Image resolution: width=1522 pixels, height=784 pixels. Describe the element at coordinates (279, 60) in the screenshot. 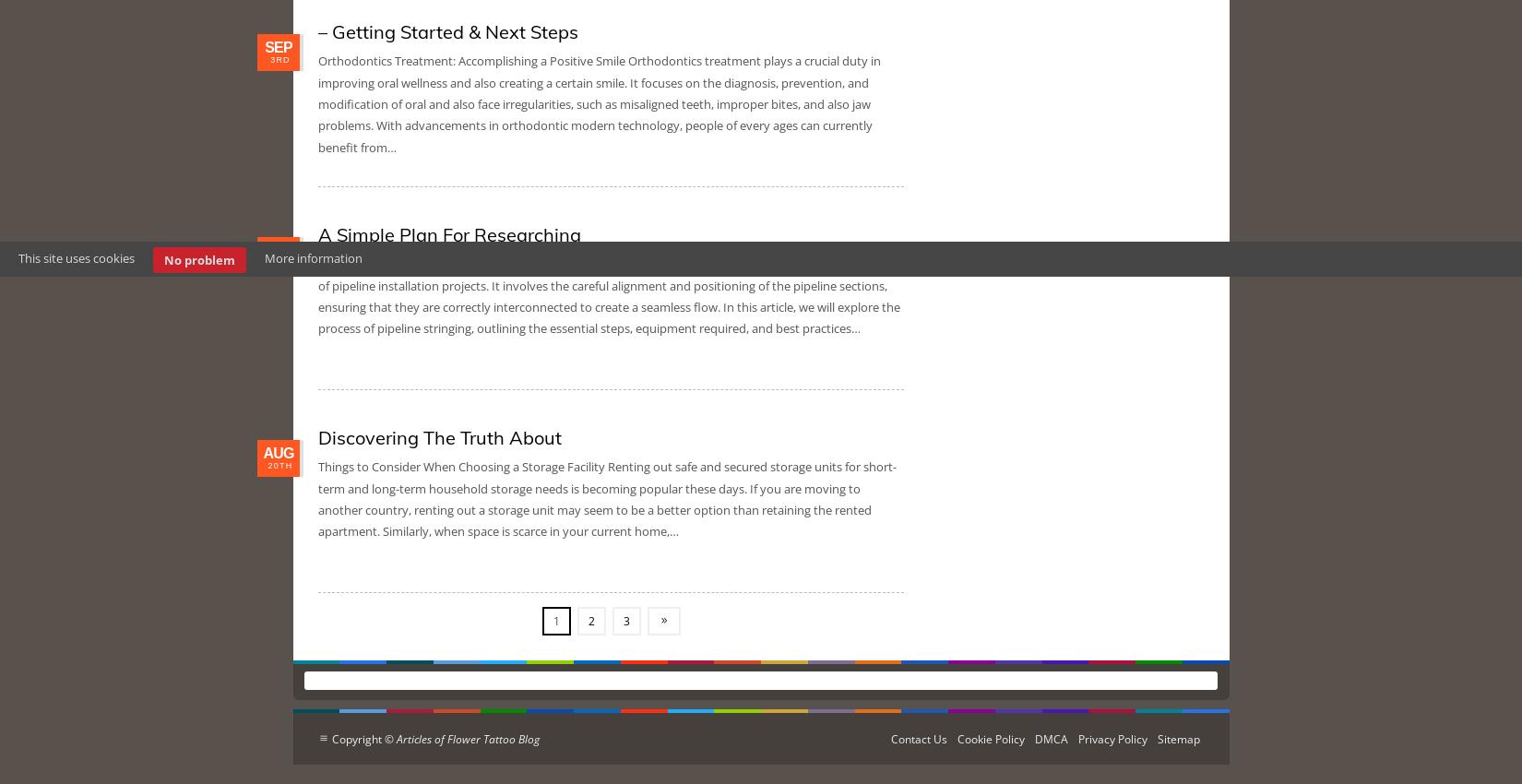

I see `'3rd'` at that location.